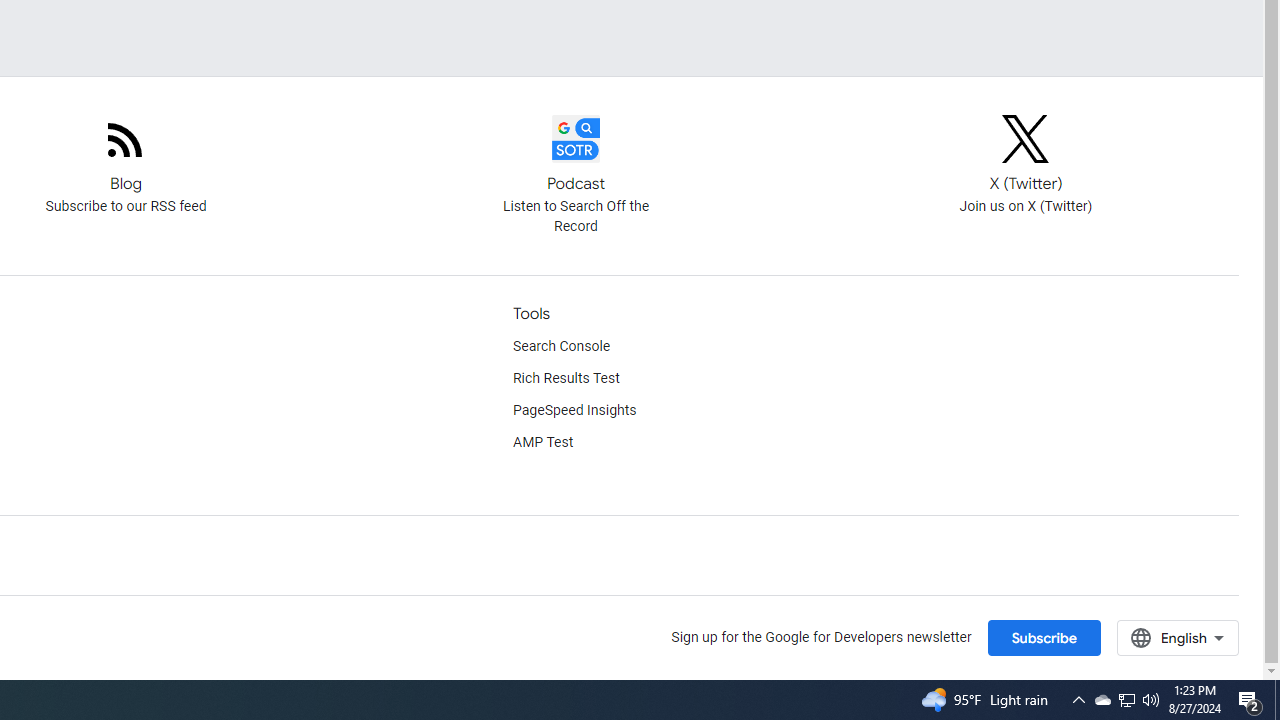 This screenshot has width=1280, height=720. Describe the element at coordinates (1177, 637) in the screenshot. I see `'English'` at that location.